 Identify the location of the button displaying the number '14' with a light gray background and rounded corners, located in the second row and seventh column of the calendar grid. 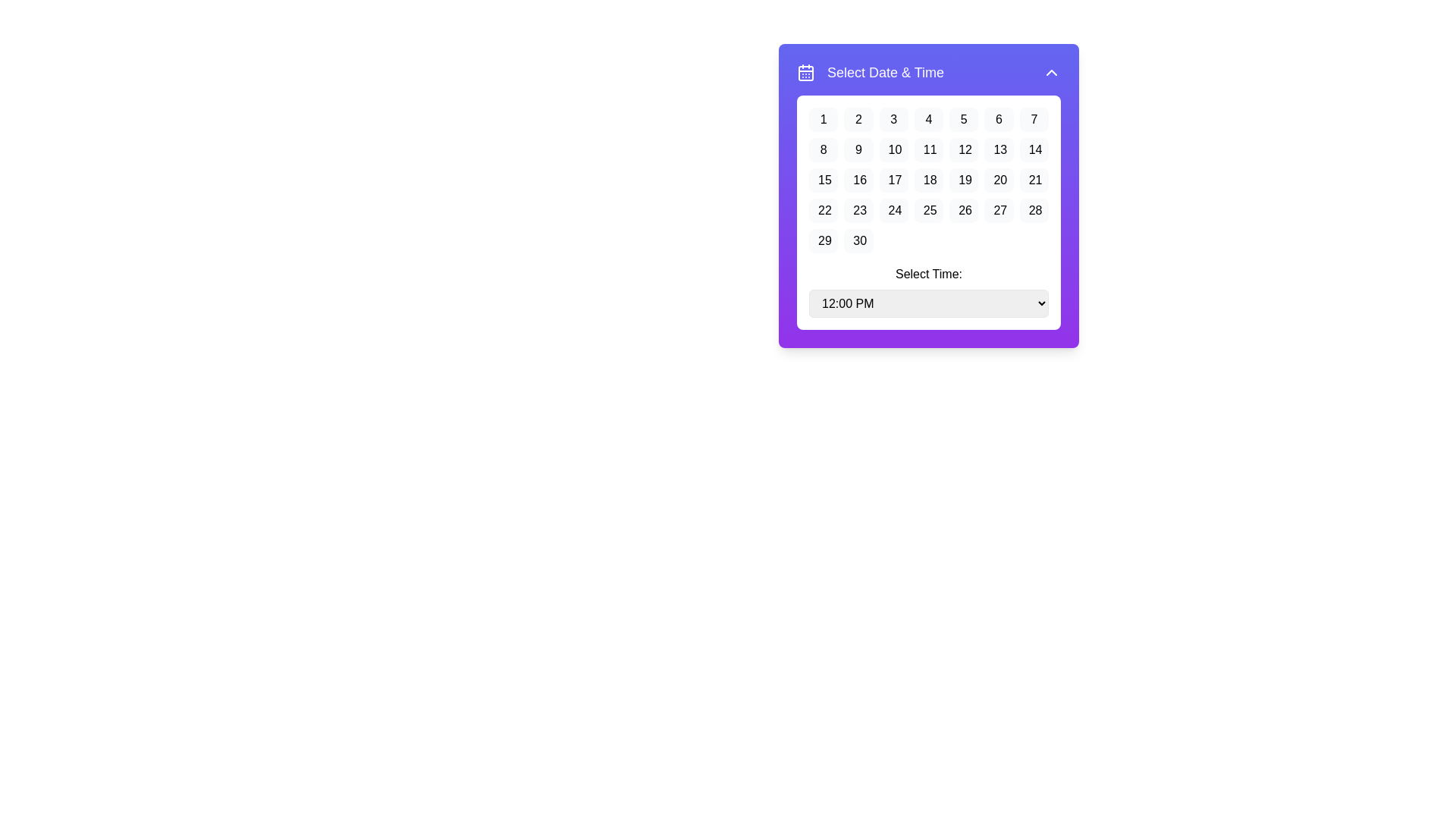
(1033, 149).